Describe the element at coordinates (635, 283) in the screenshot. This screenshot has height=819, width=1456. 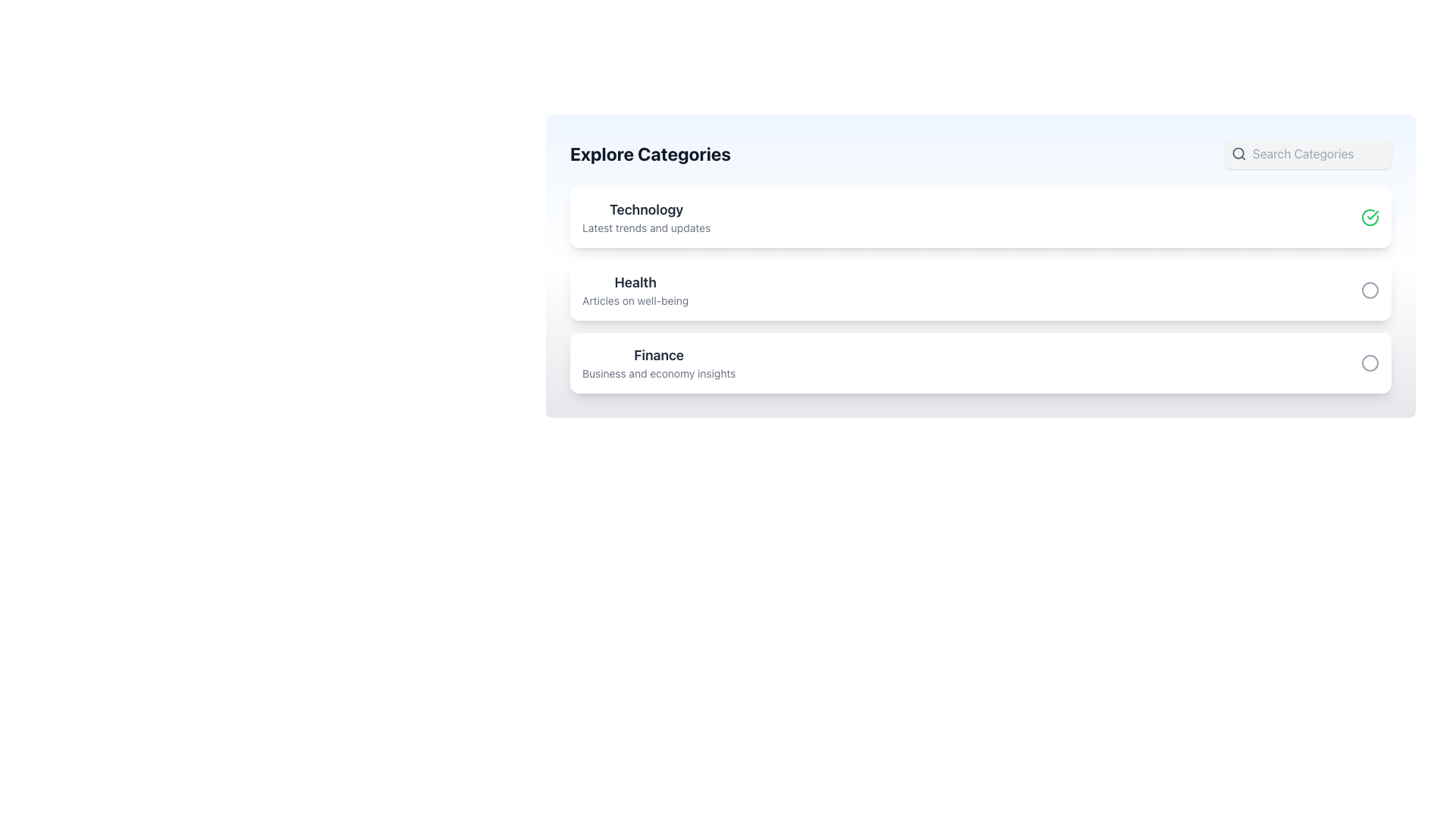
I see `title text of the main label positioned above the subheading 'Articles on well-being' in the second card of the scrollable list under 'Explore Categories'` at that location.